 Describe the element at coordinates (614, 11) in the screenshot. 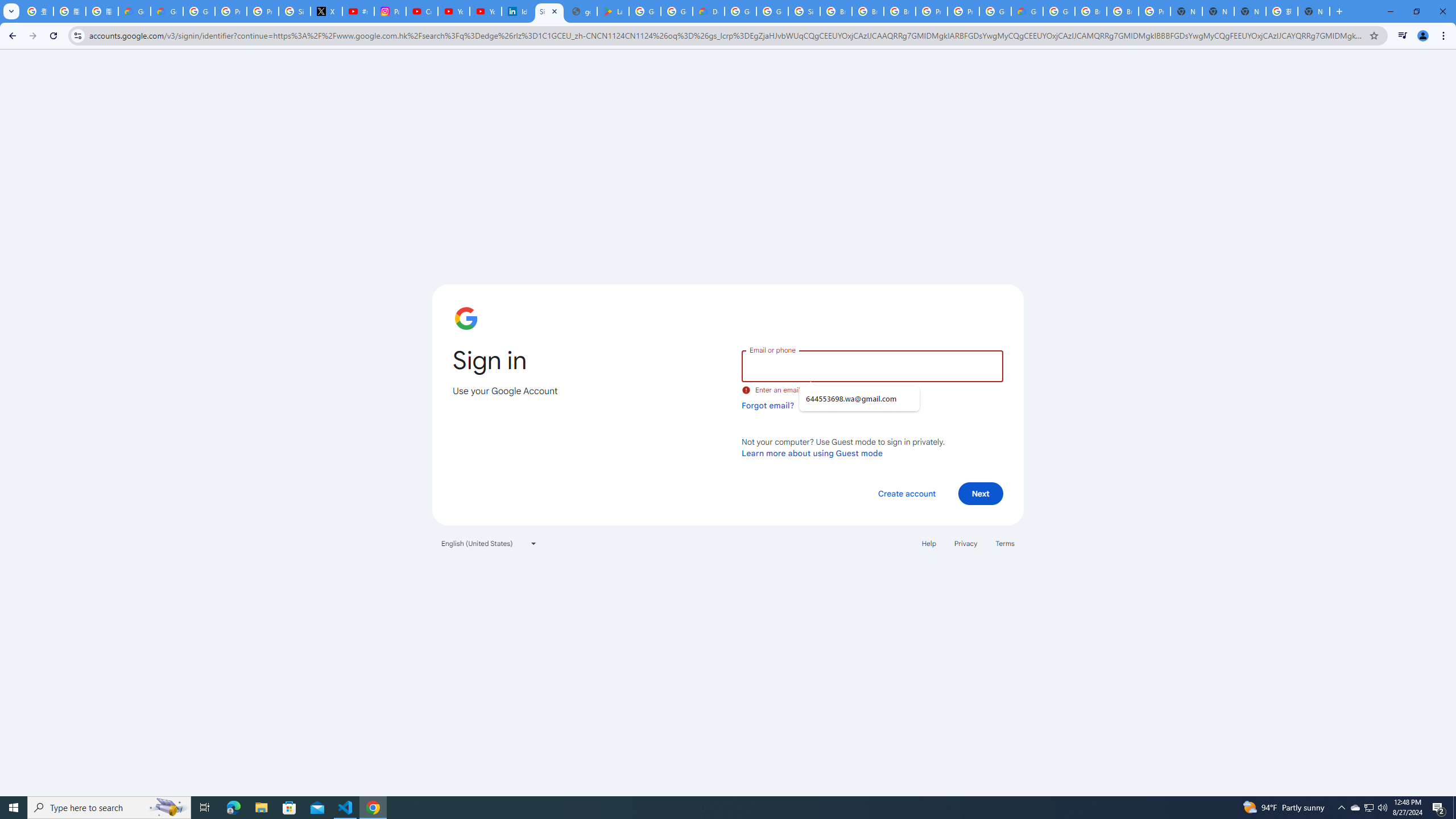

I see `'Last Shelter: Survival - Apps on Google Play'` at that location.